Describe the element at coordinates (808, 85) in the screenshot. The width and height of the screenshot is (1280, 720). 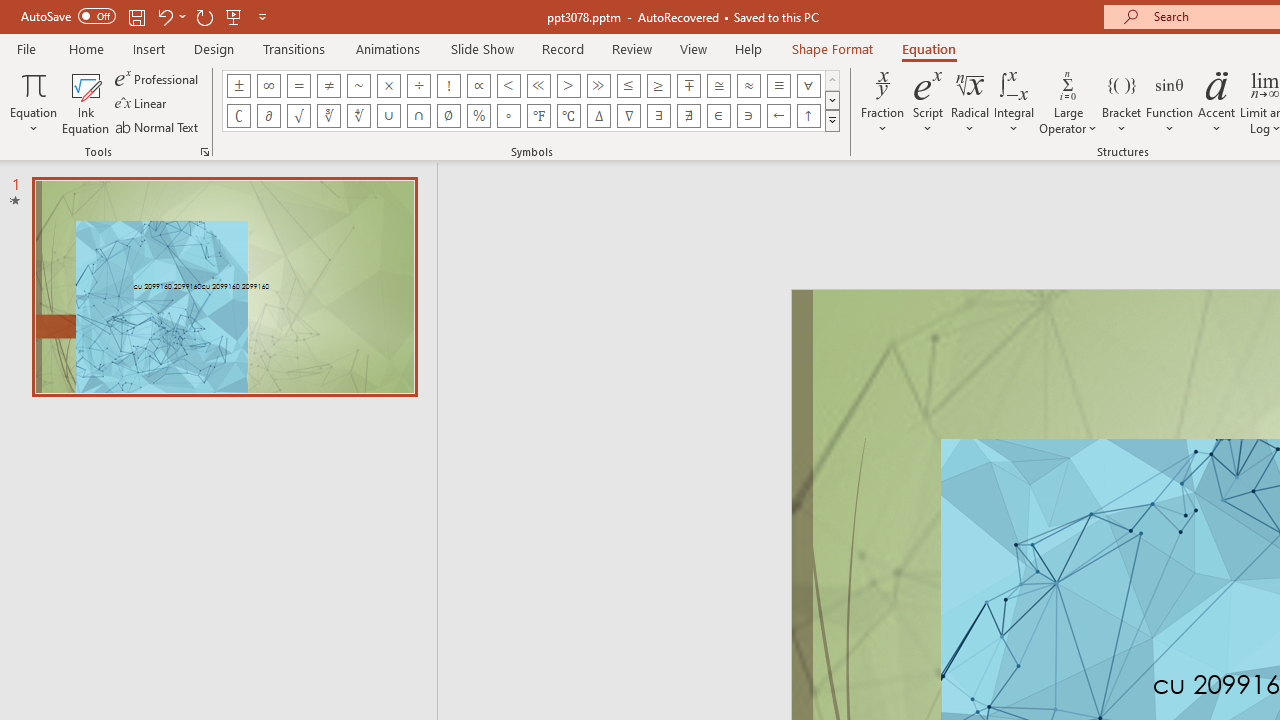
I see `'Equation Symbol For All'` at that location.